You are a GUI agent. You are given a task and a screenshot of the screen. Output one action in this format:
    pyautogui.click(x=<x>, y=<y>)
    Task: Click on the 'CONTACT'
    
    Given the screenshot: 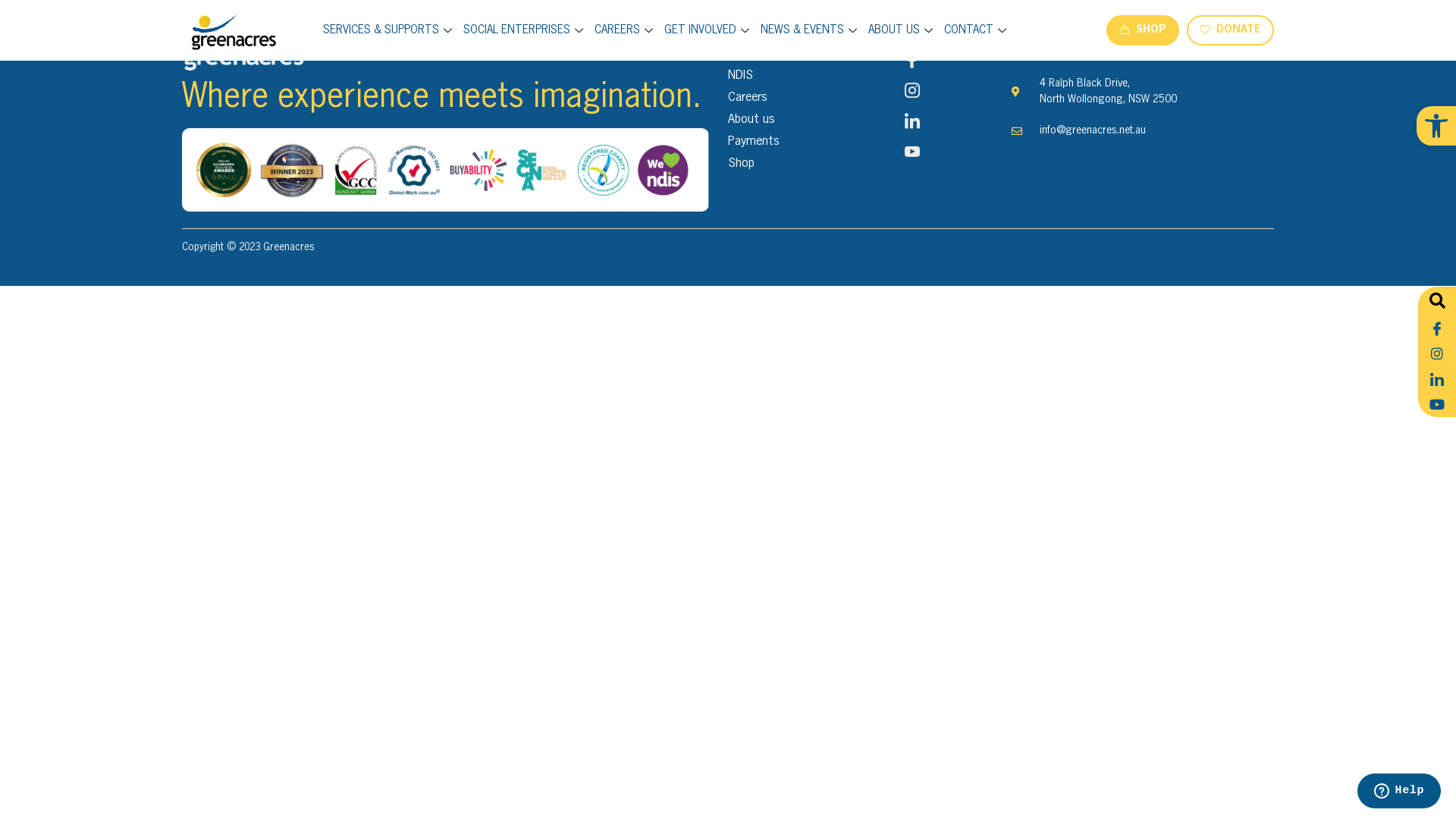 What is the action you would take?
    pyautogui.click(x=977, y=30)
    